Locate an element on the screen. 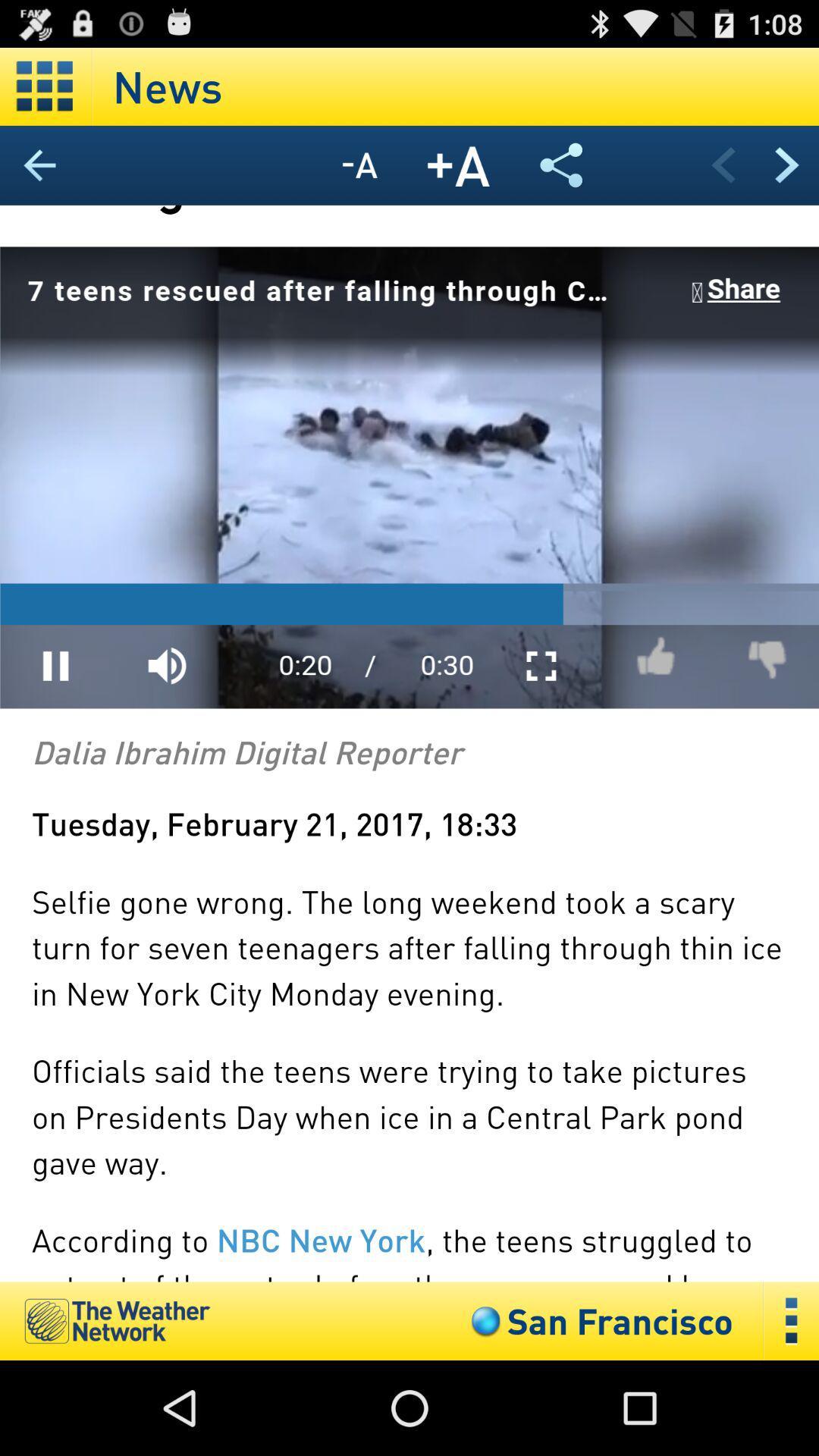 This screenshot has width=819, height=1456. letter size increasing is located at coordinates (458, 165).